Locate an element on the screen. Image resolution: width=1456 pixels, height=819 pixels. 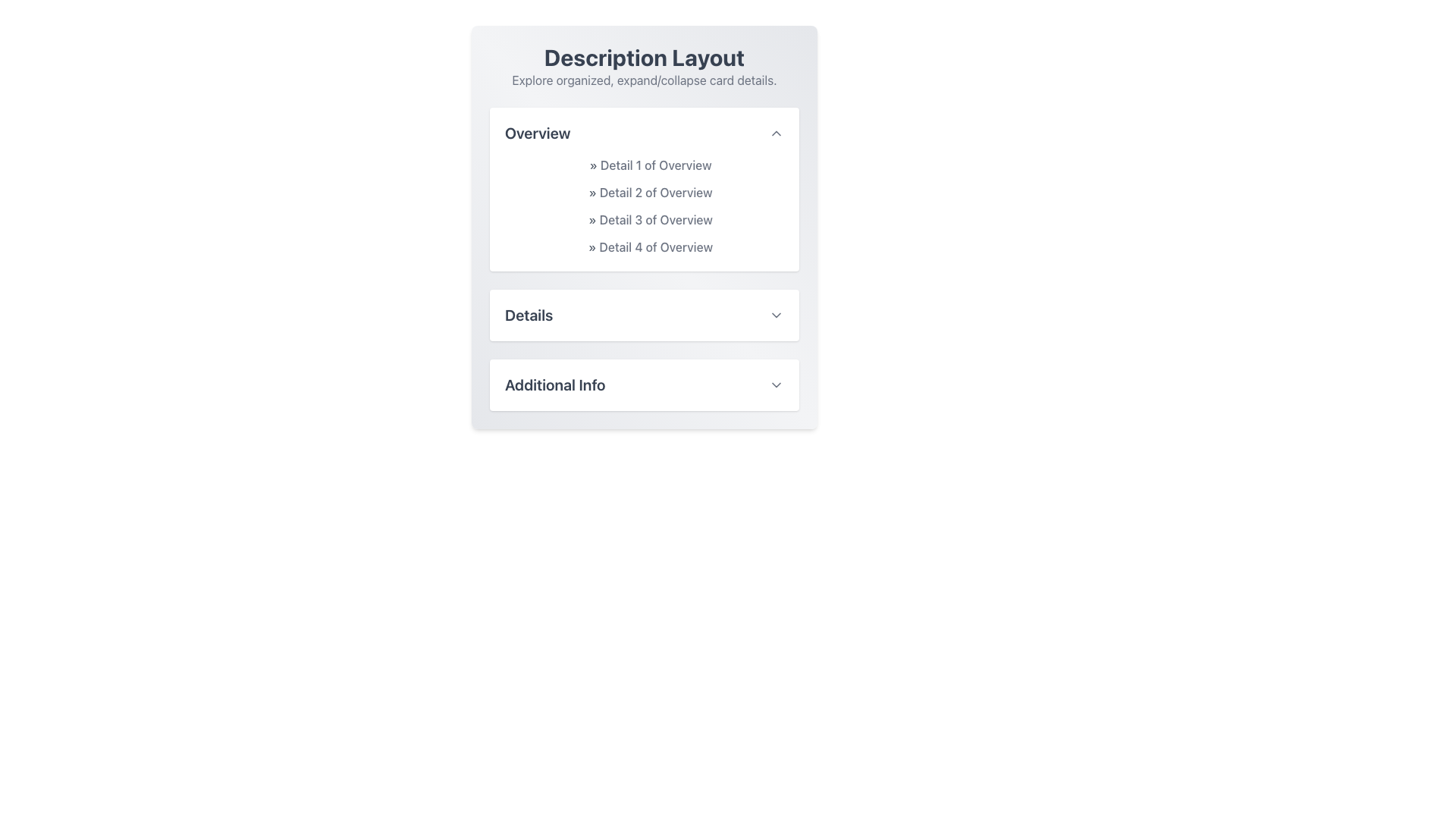
header text element located at the top center of the interface, which indicates the content's purpose is located at coordinates (644, 57).